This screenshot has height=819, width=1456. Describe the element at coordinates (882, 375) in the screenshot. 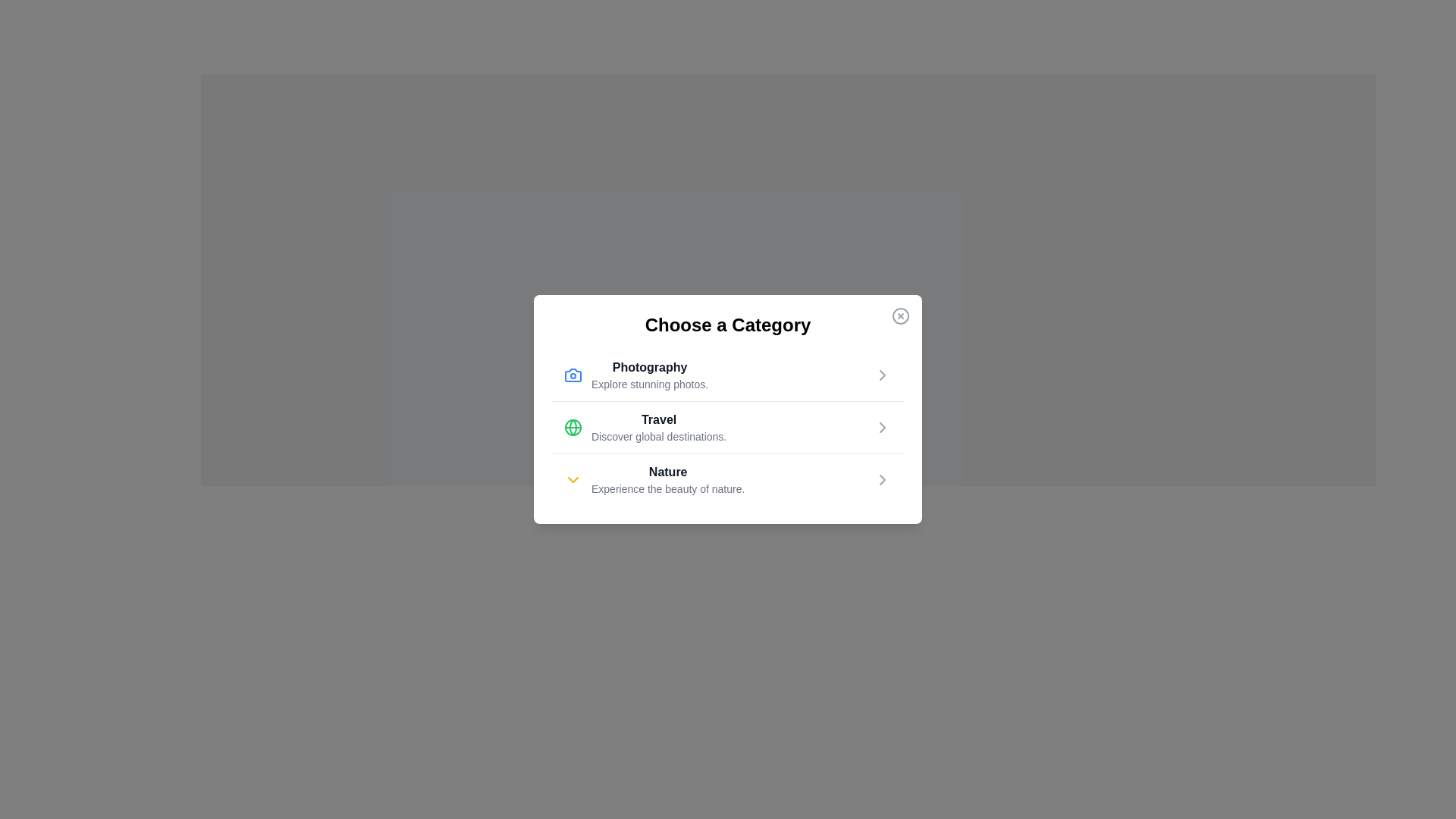

I see `the right-facing chevron icon styled with a thin stroke and gray color, located within the first item of the list labeled 'Photography Explore stunning photos.'` at that location.